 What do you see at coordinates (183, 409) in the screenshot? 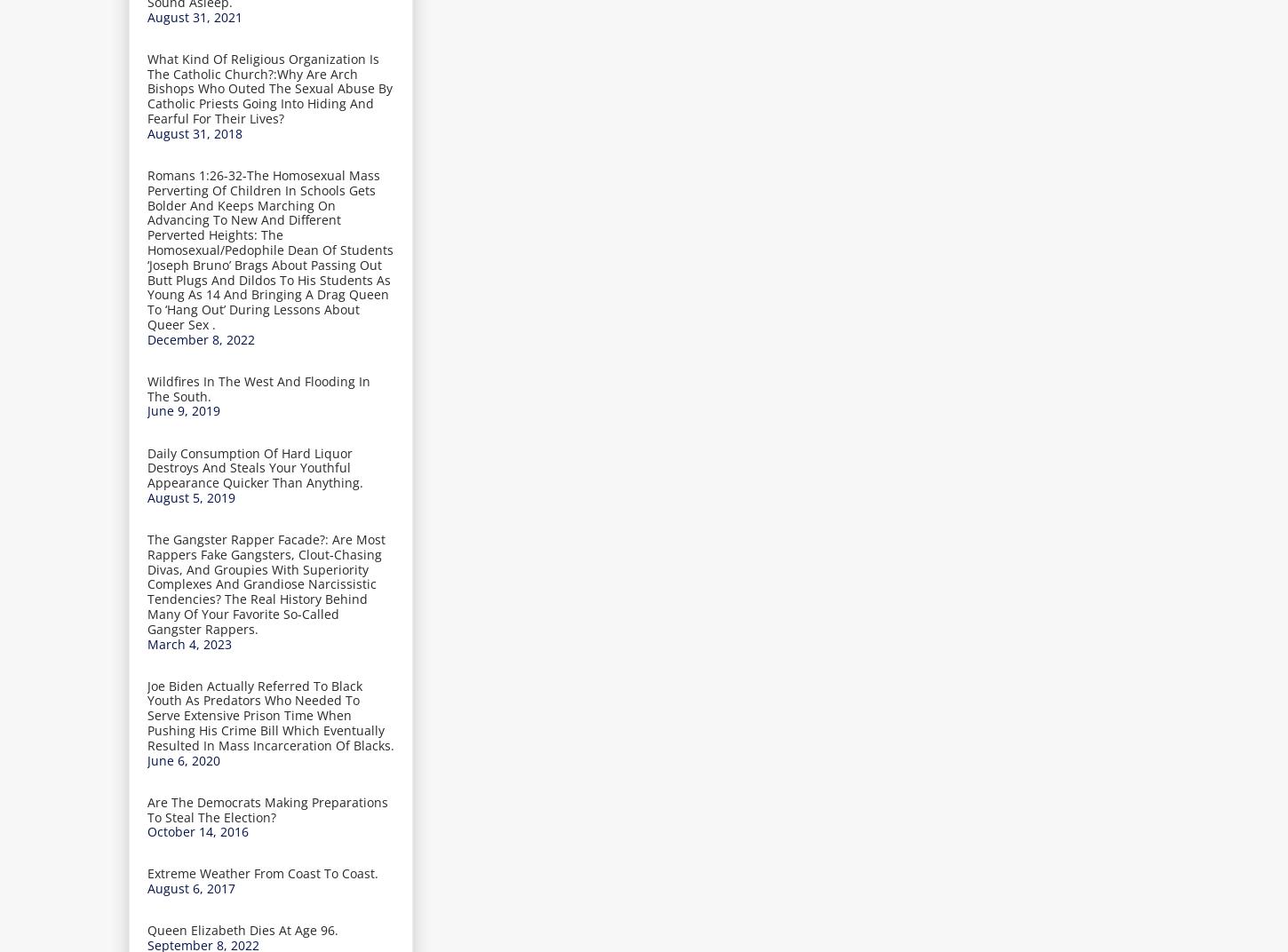
I see `'June 9, 2019'` at bounding box center [183, 409].